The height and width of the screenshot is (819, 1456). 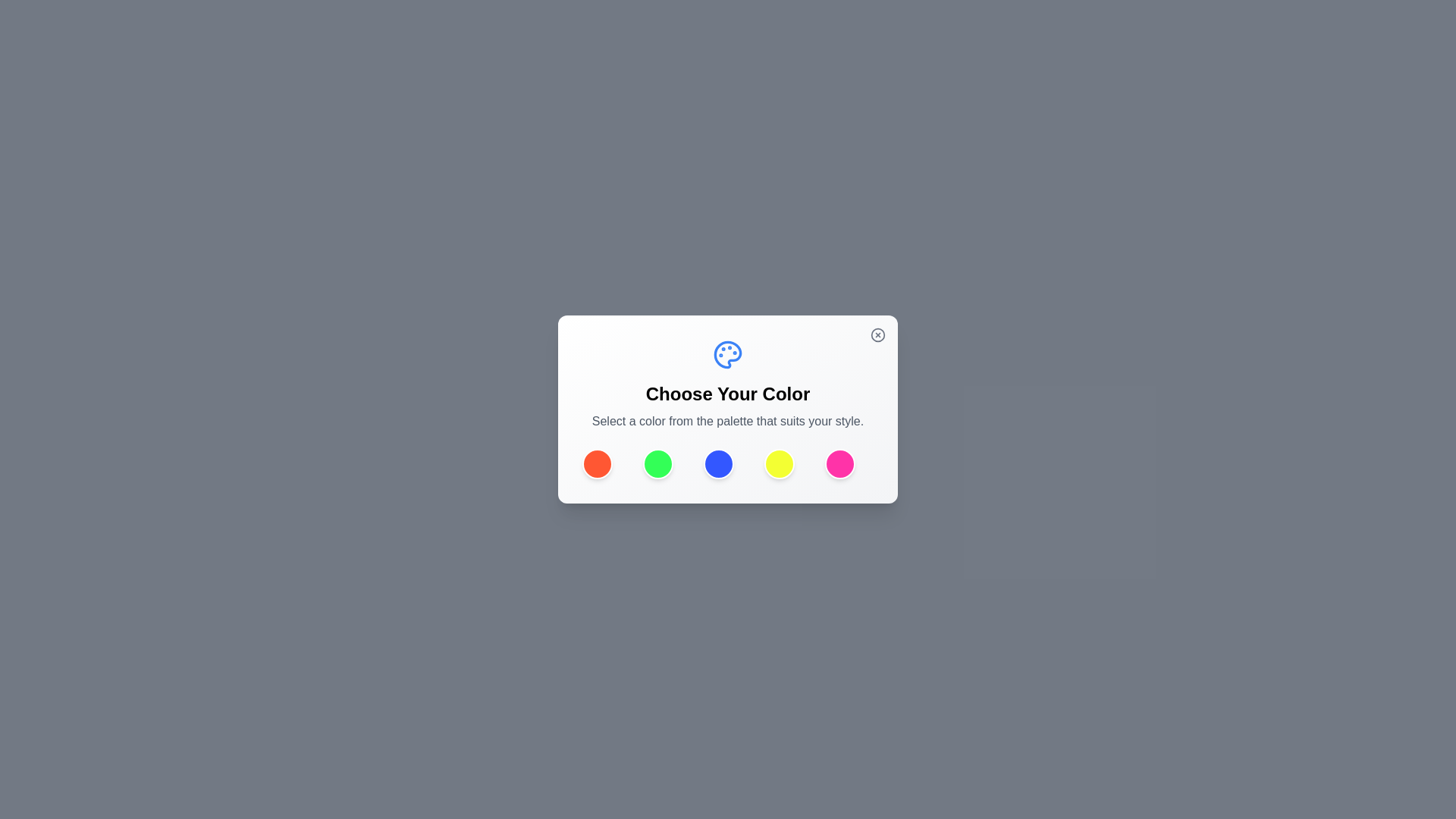 What do you see at coordinates (779, 463) in the screenshot?
I see `the color button corresponding to yellow` at bounding box center [779, 463].